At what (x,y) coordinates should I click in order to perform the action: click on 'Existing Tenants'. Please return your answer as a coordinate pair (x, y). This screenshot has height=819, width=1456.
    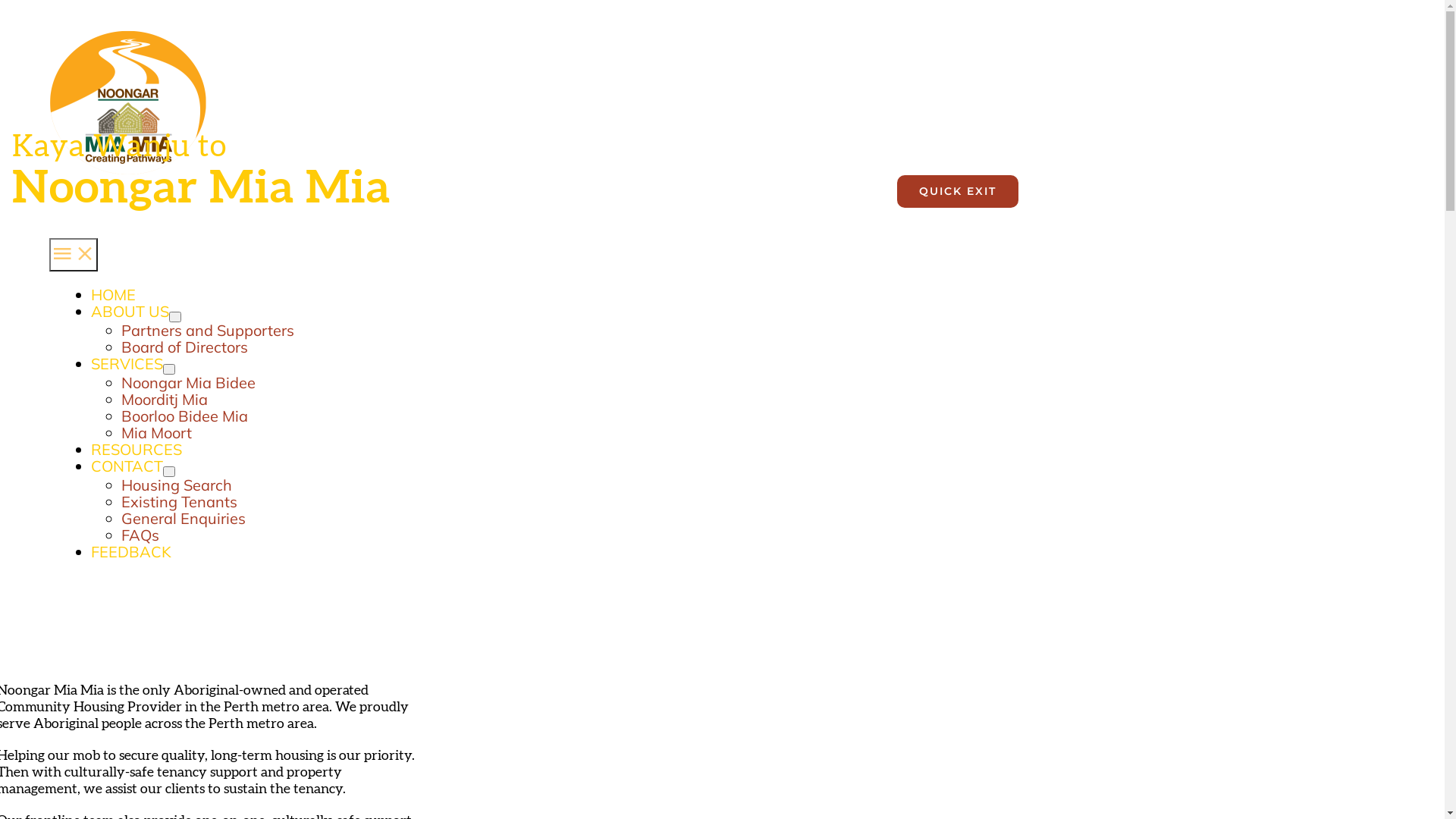
    Looking at the image, I should click on (179, 501).